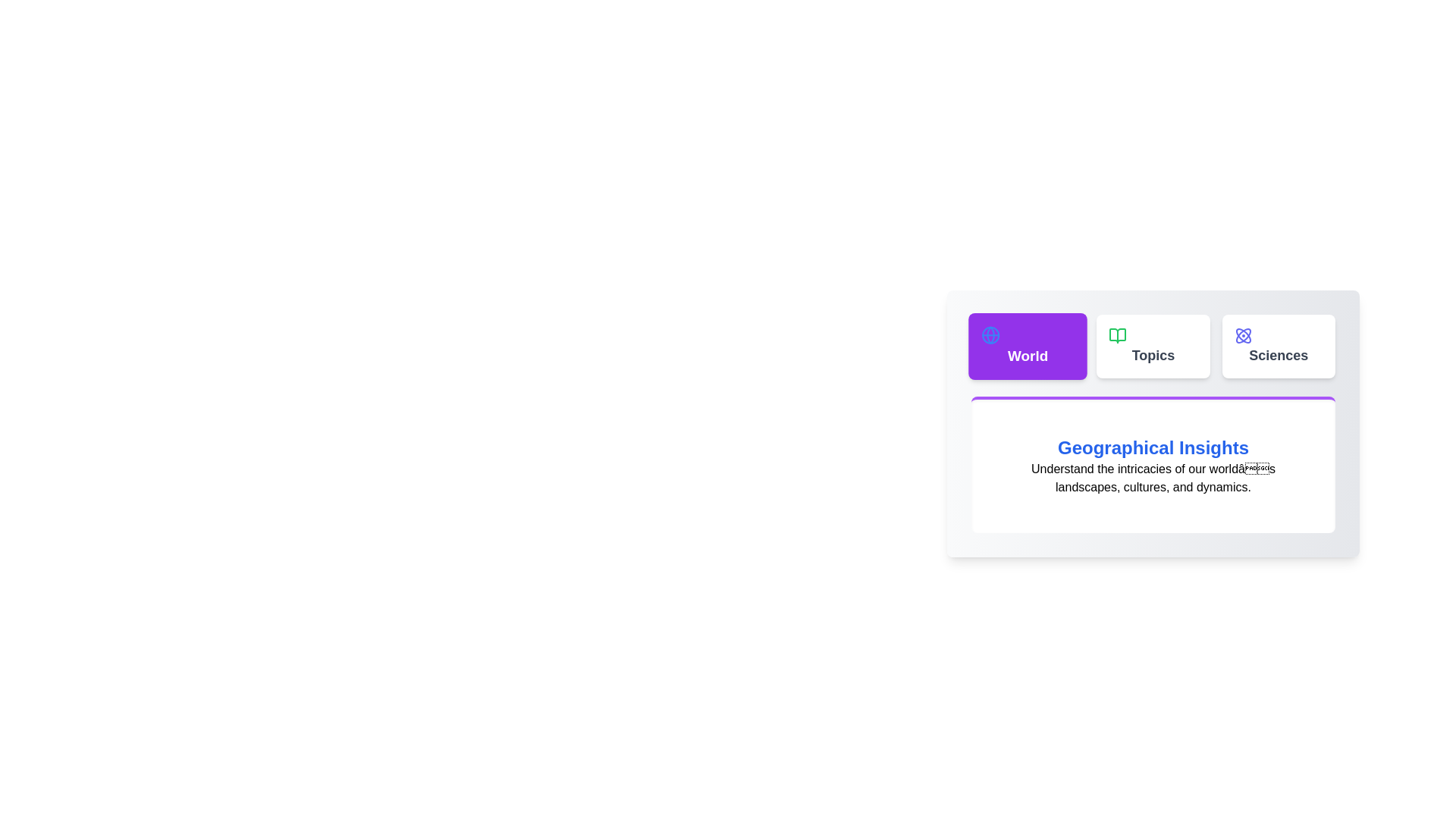  I want to click on the tab labeled Sciences to switch the content displayed, so click(1278, 346).